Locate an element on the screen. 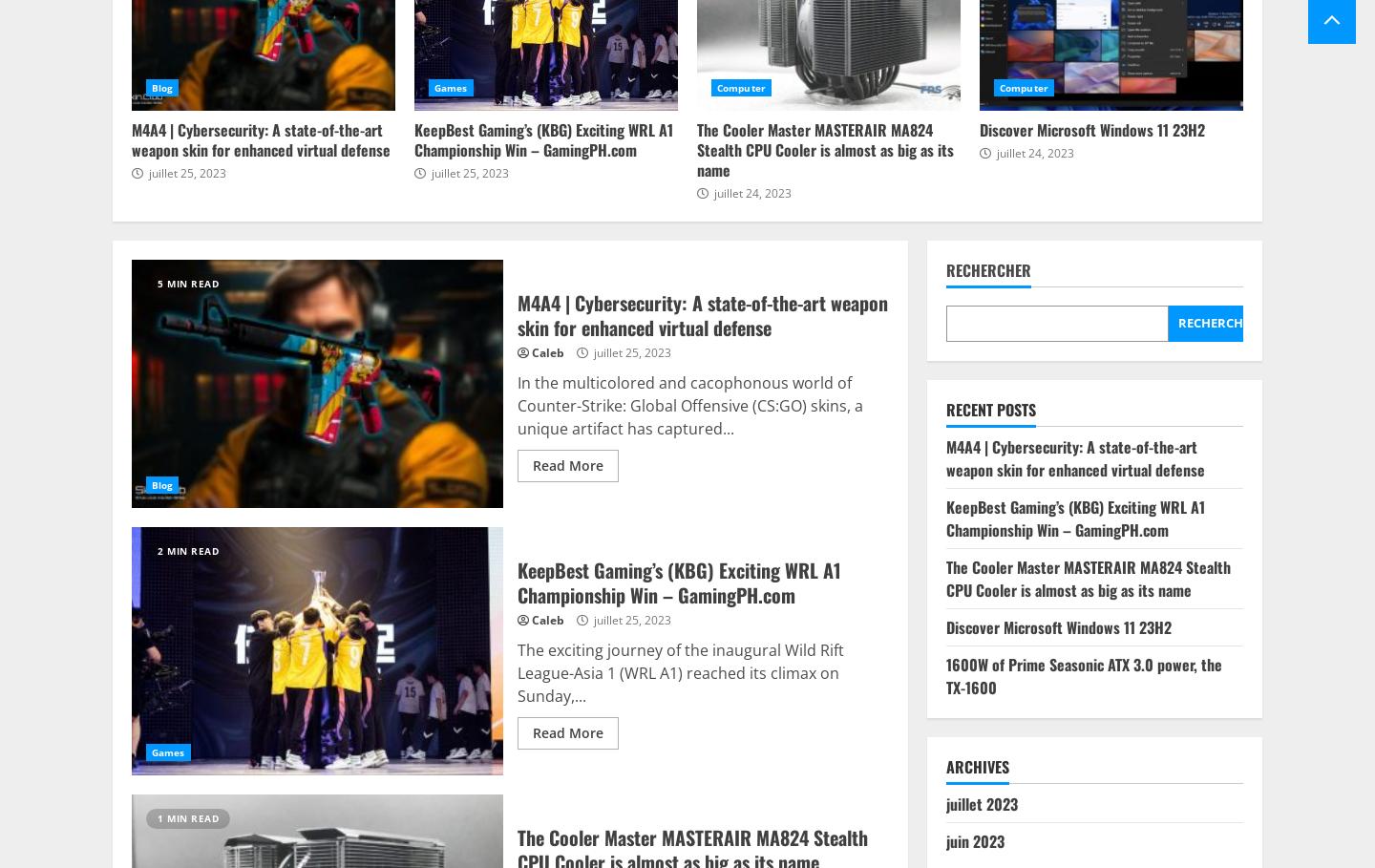 This screenshot has height=868, width=1375. 'Archives' is located at coordinates (976, 766).